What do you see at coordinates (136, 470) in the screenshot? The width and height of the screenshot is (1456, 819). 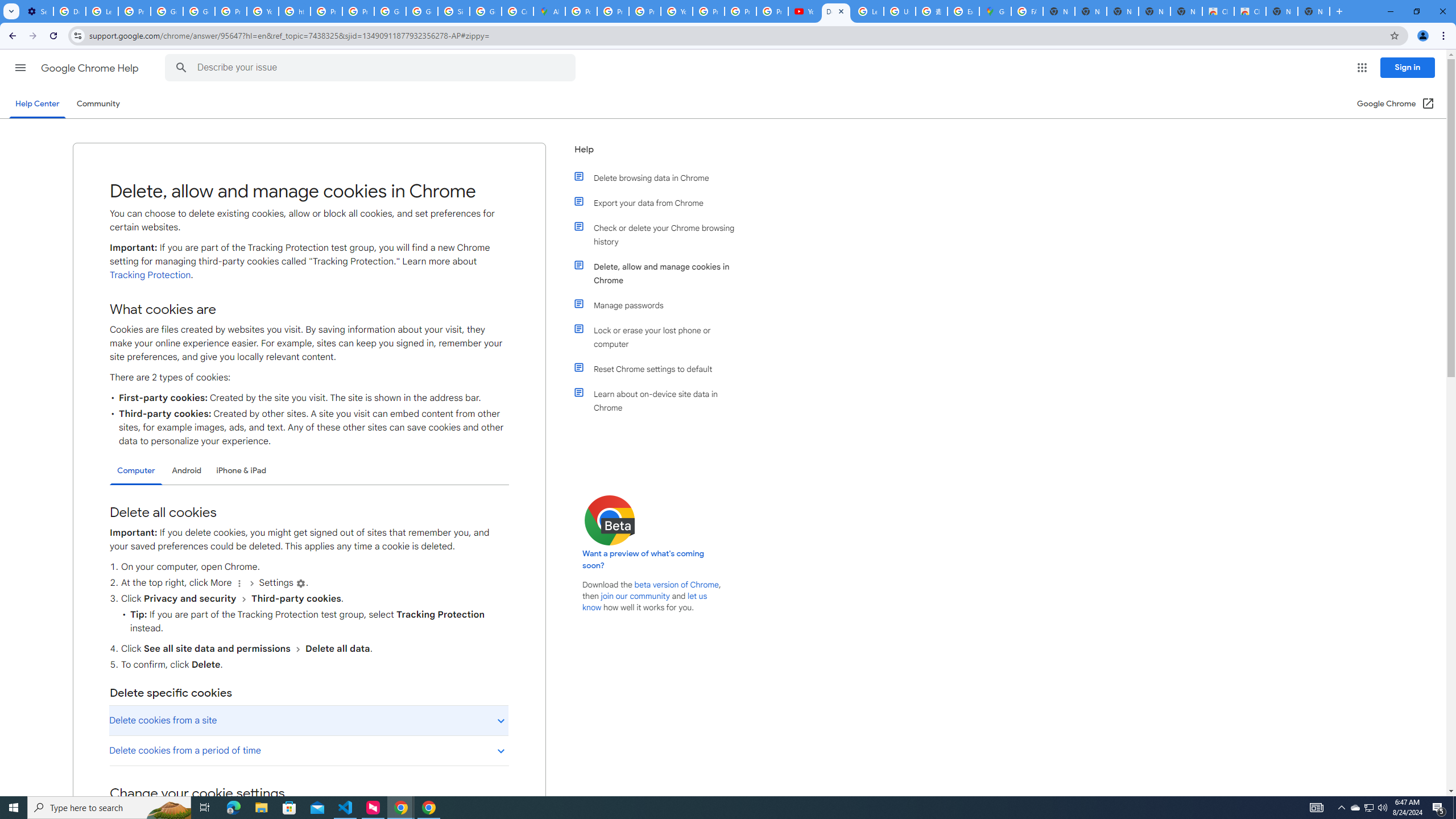 I see `'Computer'` at bounding box center [136, 470].